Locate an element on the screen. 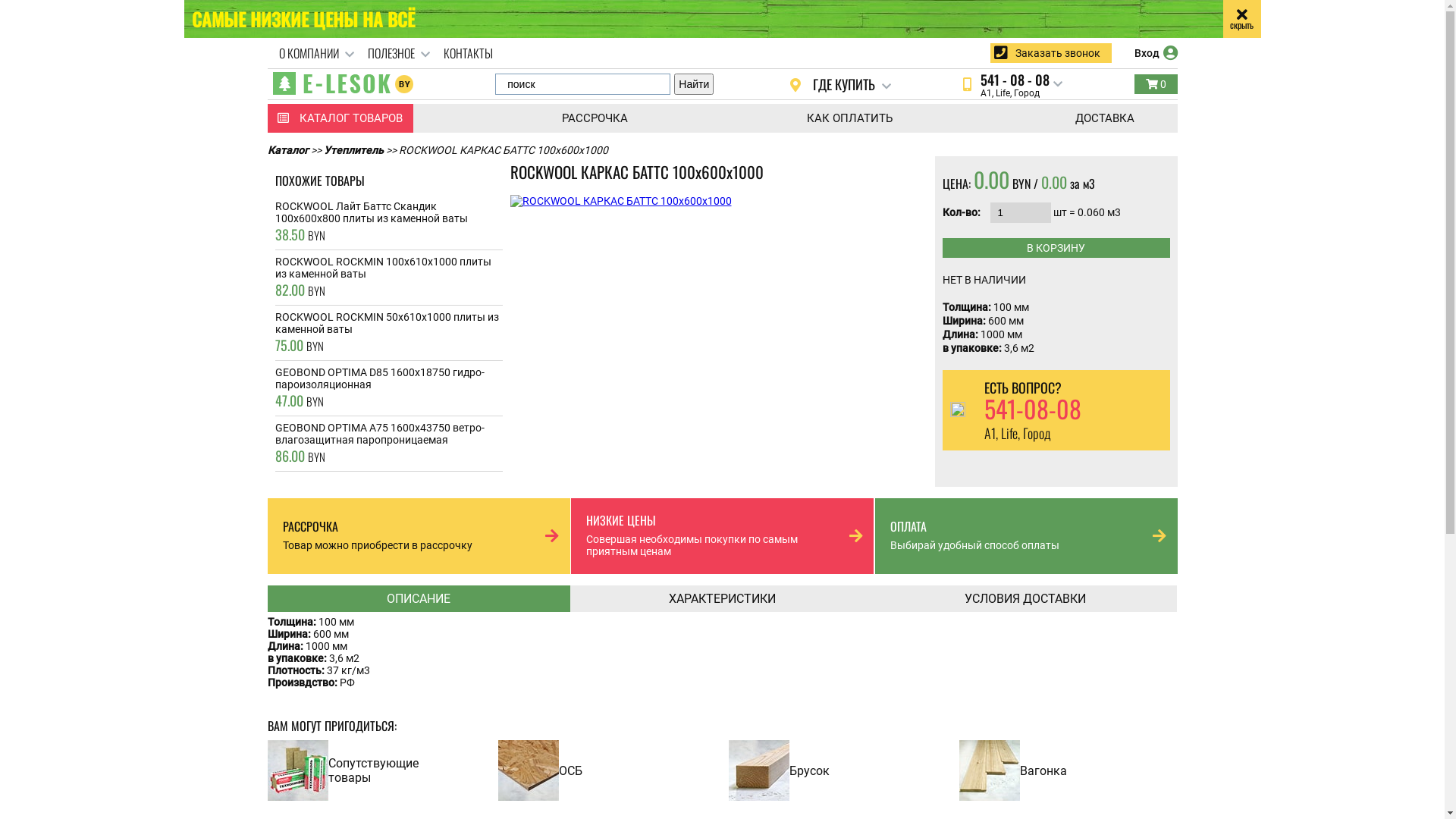 The width and height of the screenshot is (1456, 819). '0' is located at coordinates (1155, 84).